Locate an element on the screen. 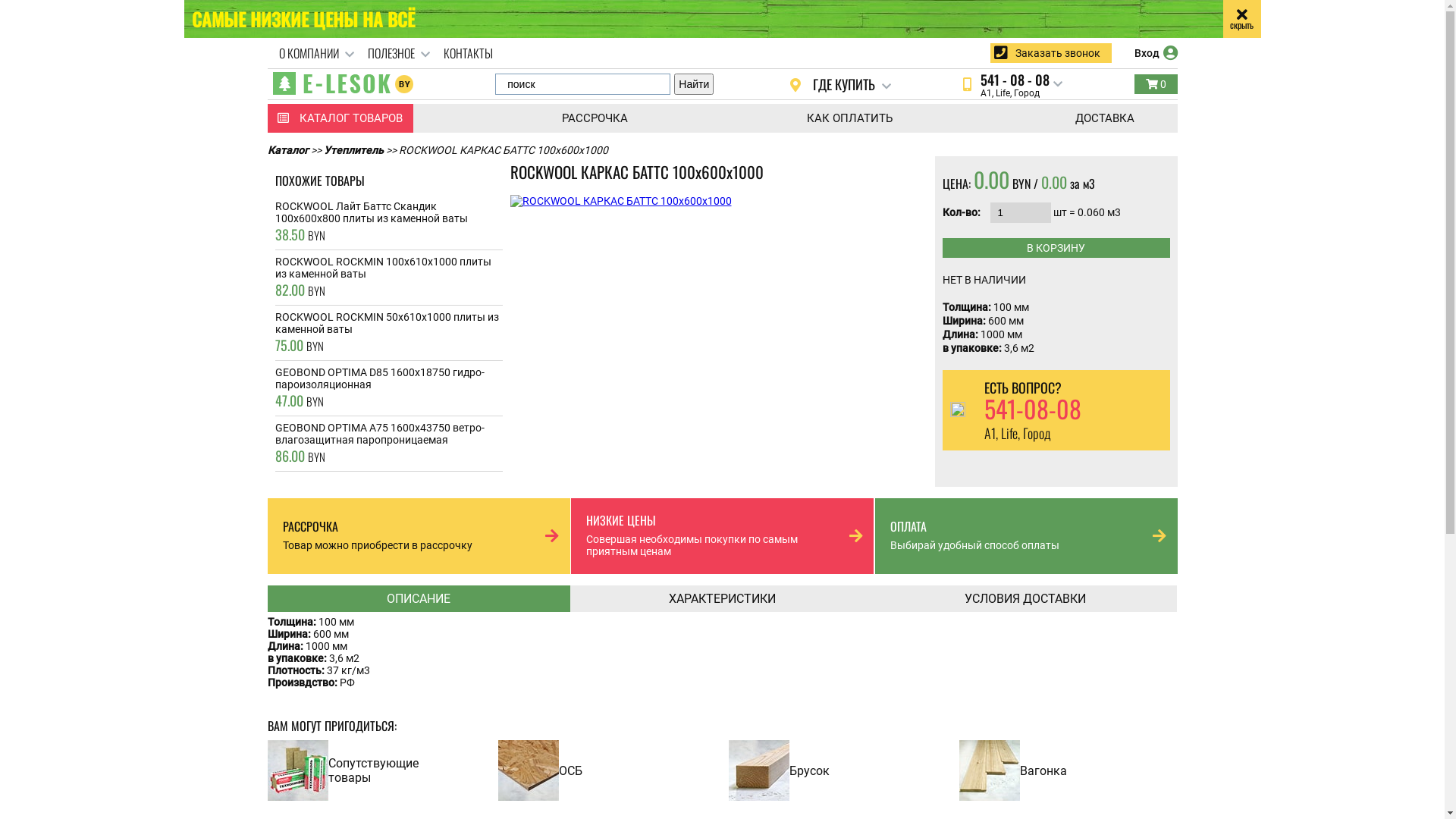 The width and height of the screenshot is (1456, 819). '0' is located at coordinates (1155, 84).